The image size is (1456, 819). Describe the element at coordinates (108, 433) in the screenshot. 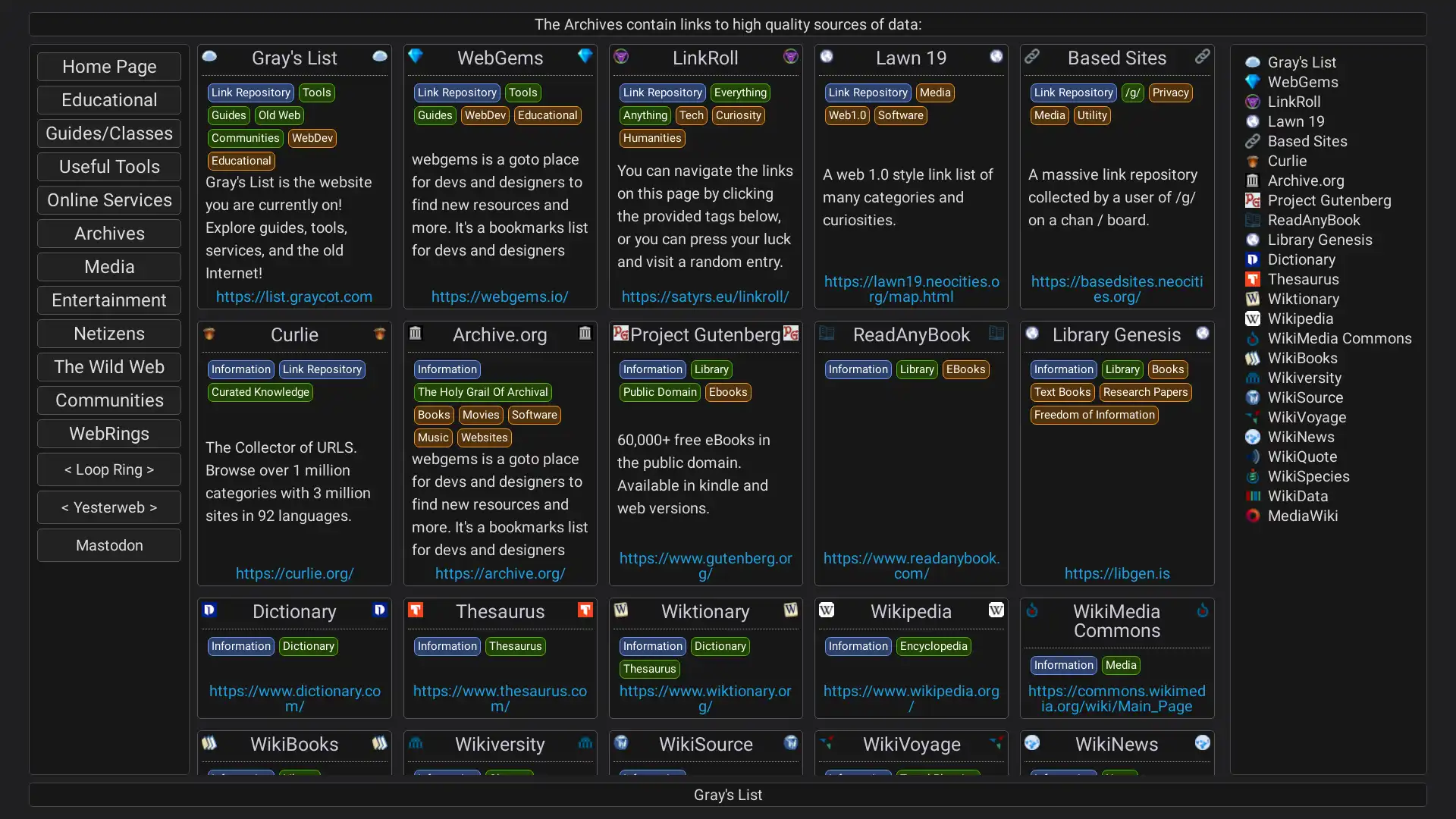

I see `WebRings` at that location.